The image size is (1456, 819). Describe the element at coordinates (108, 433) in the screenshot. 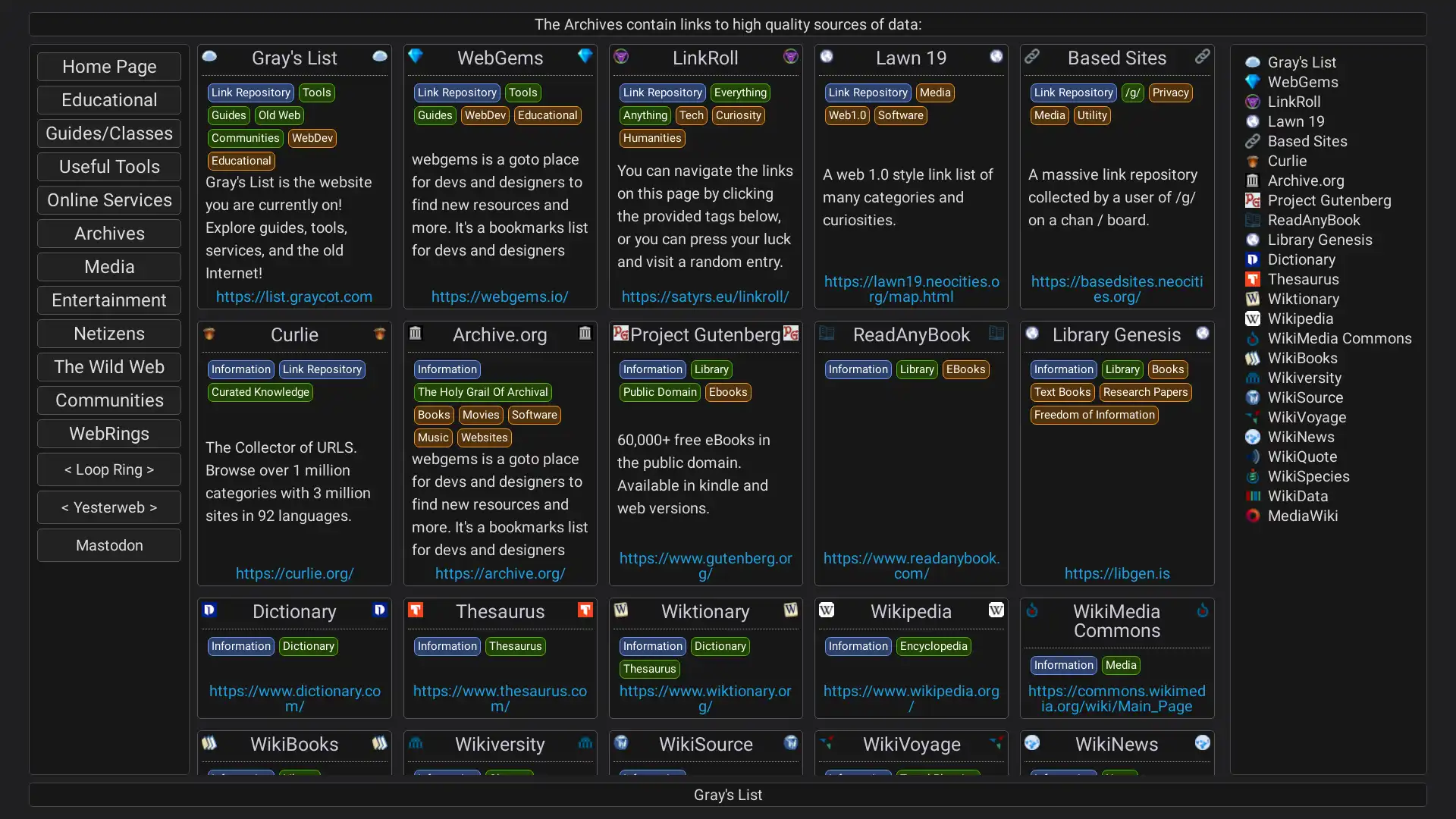

I see `WebRings` at that location.